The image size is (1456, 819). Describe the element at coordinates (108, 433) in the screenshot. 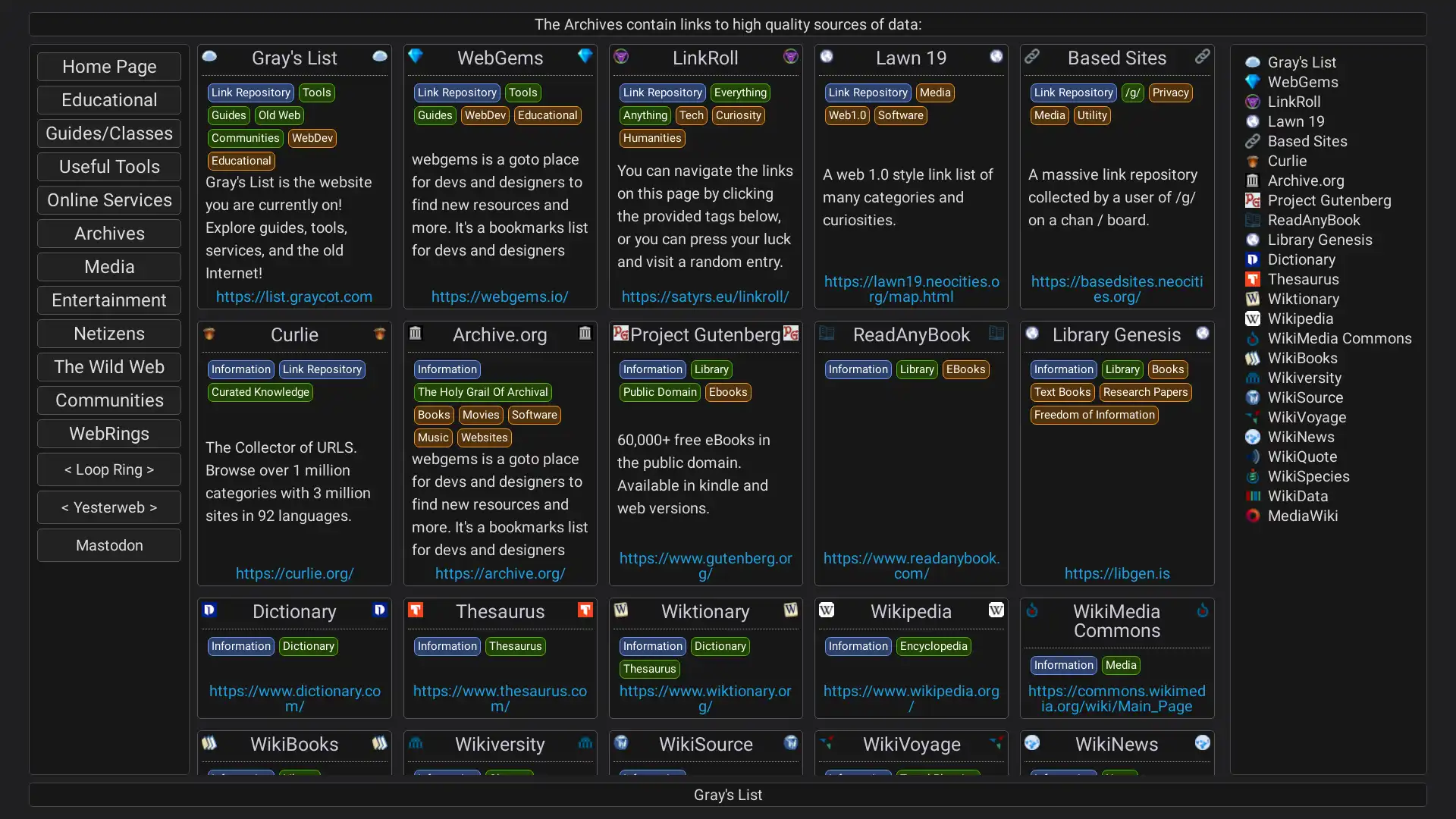

I see `WebRings` at that location.